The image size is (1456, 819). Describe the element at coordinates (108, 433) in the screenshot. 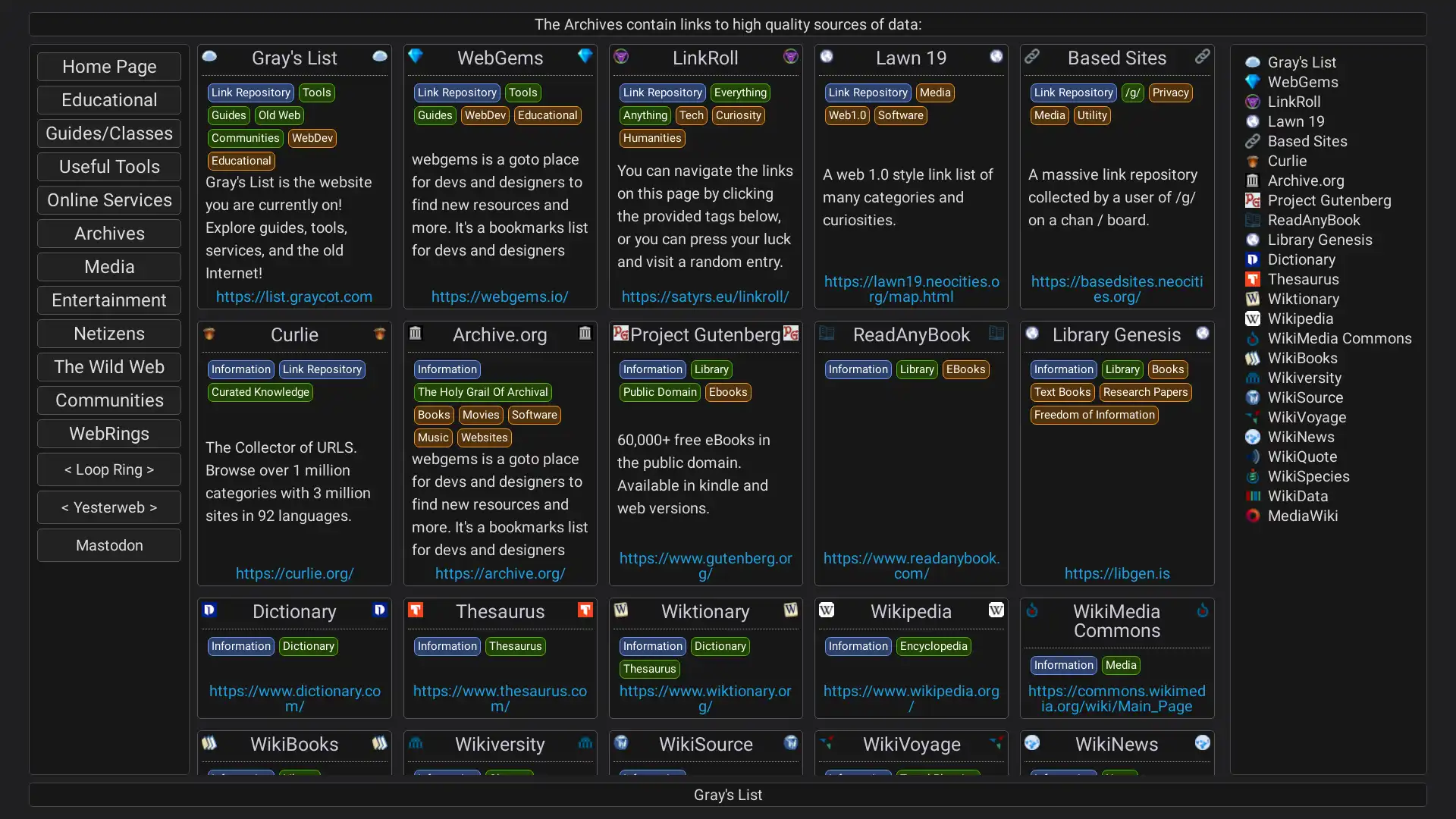

I see `WebRings` at that location.